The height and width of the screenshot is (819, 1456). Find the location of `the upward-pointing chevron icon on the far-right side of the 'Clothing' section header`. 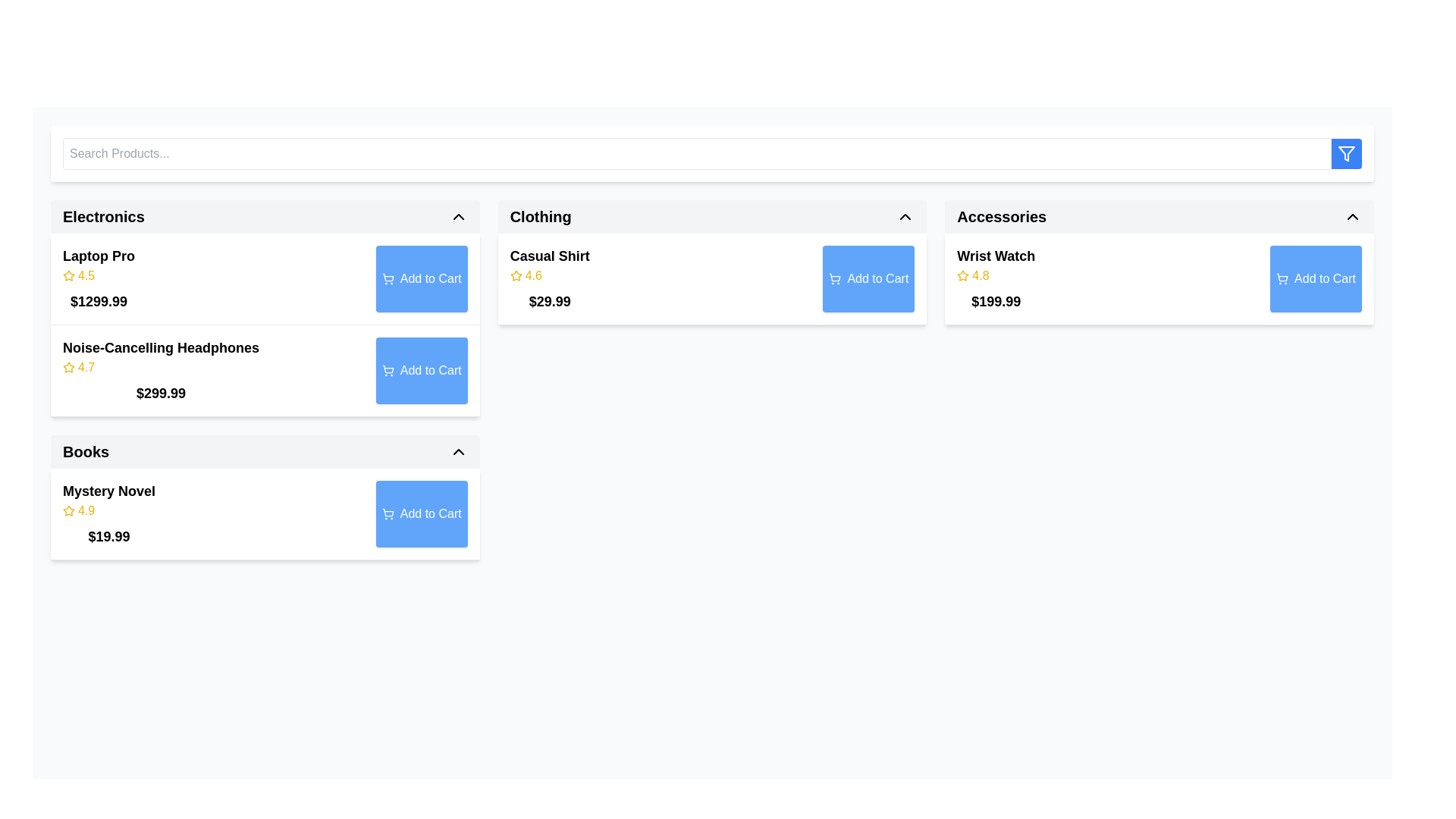

the upward-pointing chevron icon on the far-right side of the 'Clothing' section header is located at coordinates (905, 216).